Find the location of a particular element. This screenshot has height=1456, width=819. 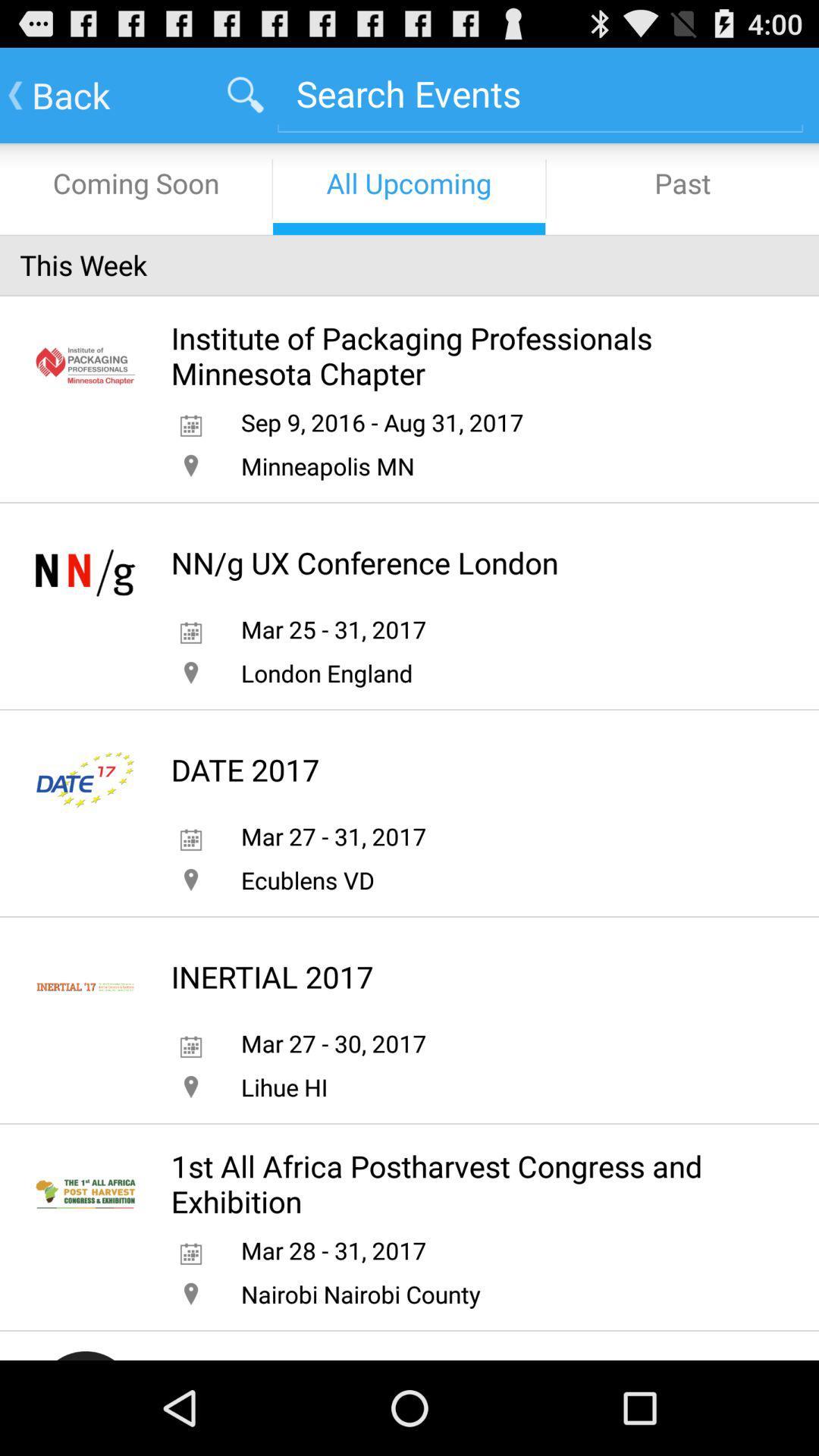

item above the nn g ux icon is located at coordinates (327, 465).